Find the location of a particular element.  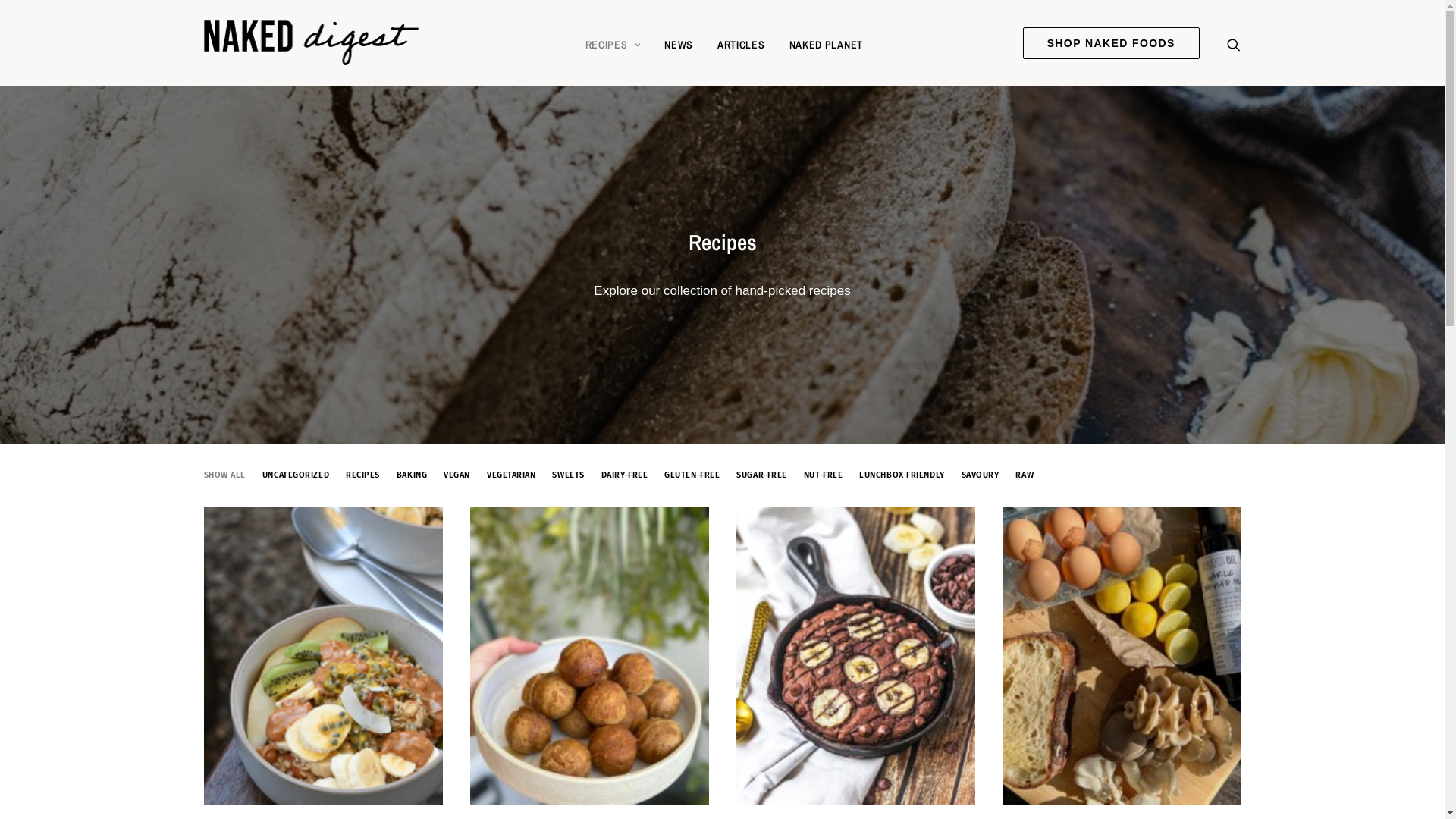

'NAKED PLANET' is located at coordinates (825, 42).